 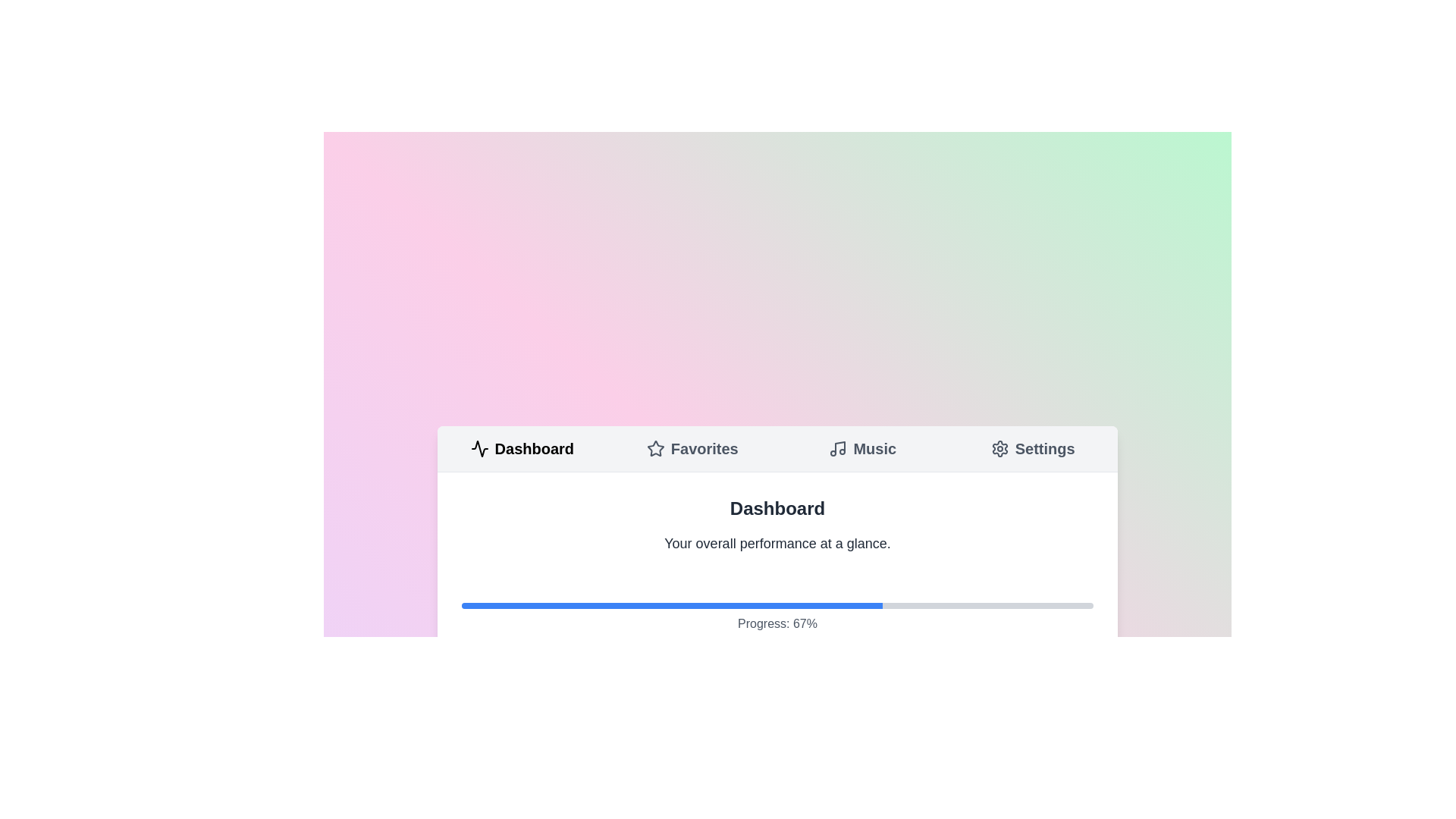 I want to click on the tab labeled Settings, so click(x=1032, y=447).